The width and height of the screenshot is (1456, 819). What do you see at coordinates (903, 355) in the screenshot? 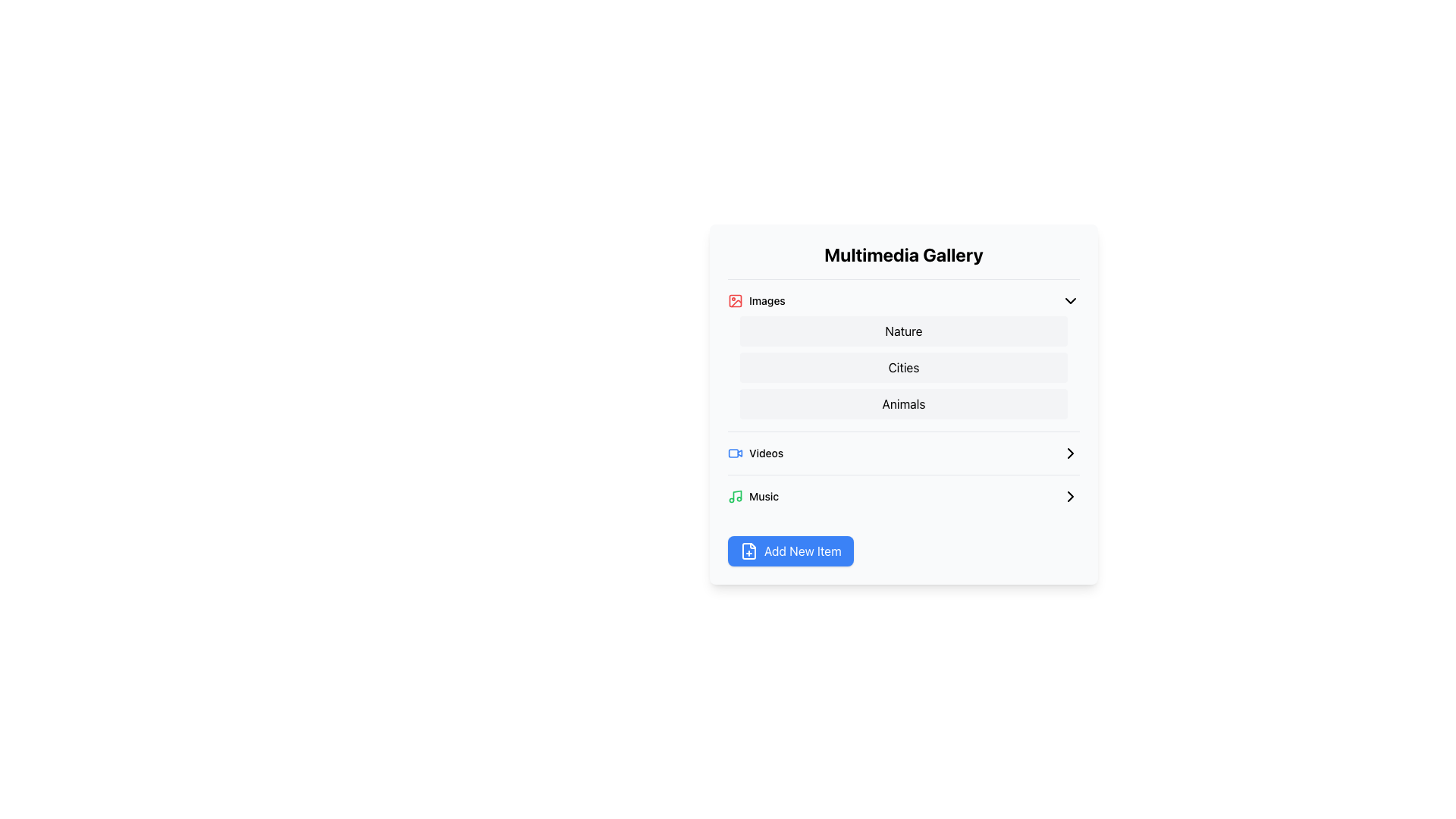
I see `the 'Cities' option in the Dropdown menu located underneath the 'Multimedia Gallery' title, which provides options related to the 'Images' category` at bounding box center [903, 355].